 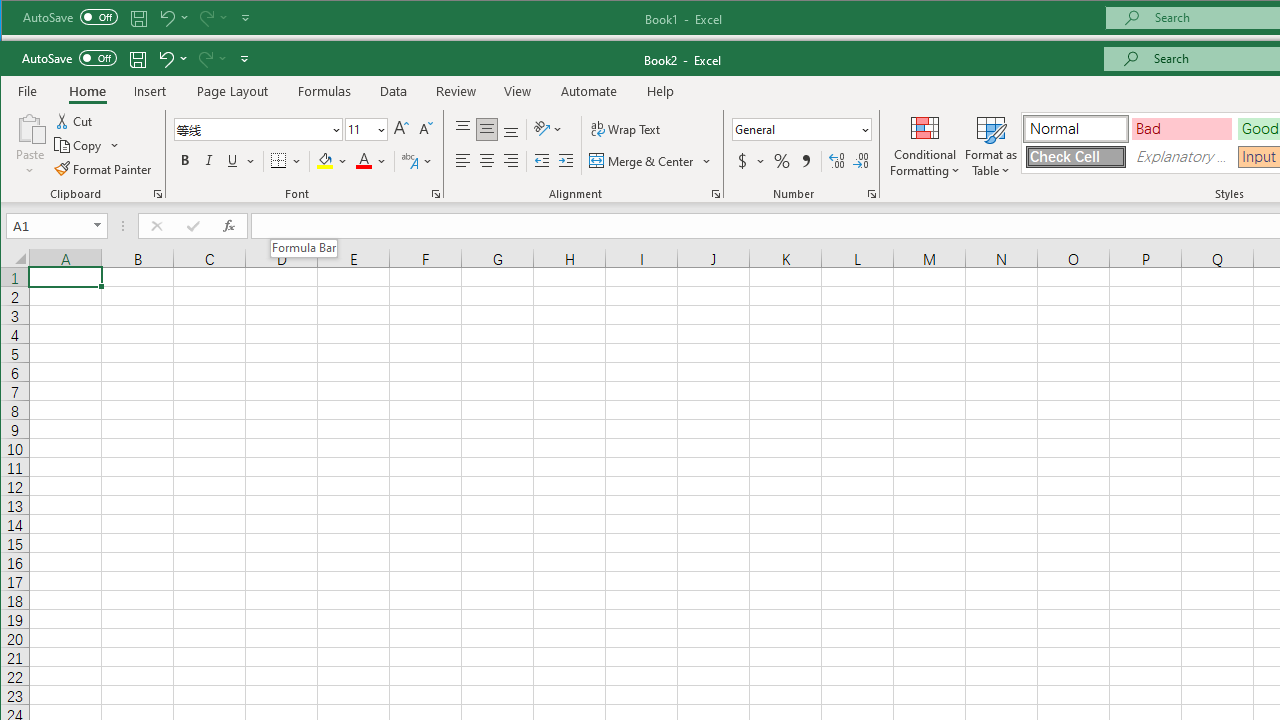 I want to click on 'Percent Style', so click(x=781, y=160).